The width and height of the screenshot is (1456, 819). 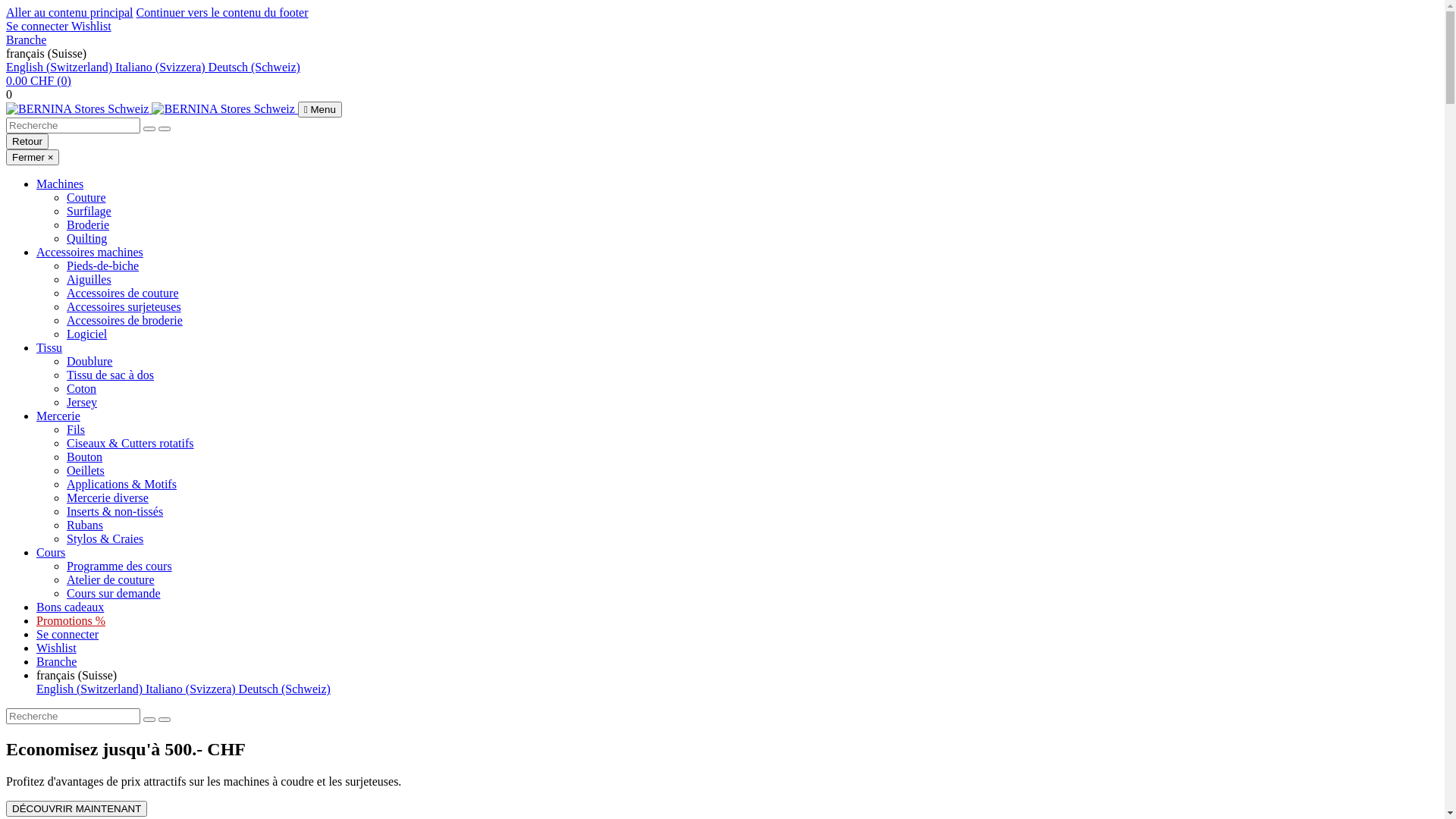 What do you see at coordinates (89, 251) in the screenshot?
I see `'Accessoires machines'` at bounding box center [89, 251].